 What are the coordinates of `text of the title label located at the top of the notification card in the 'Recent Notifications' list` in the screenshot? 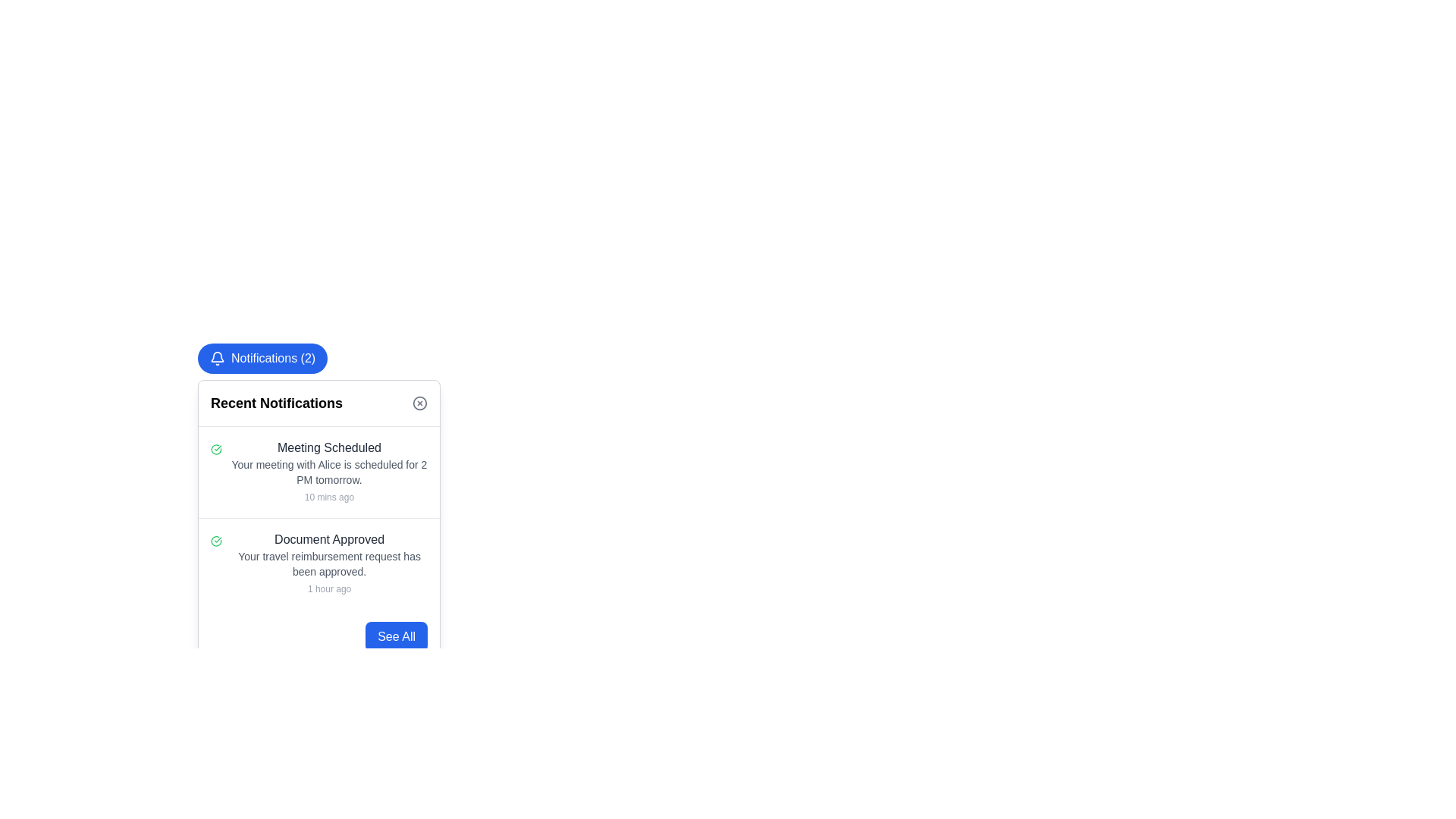 It's located at (328, 447).